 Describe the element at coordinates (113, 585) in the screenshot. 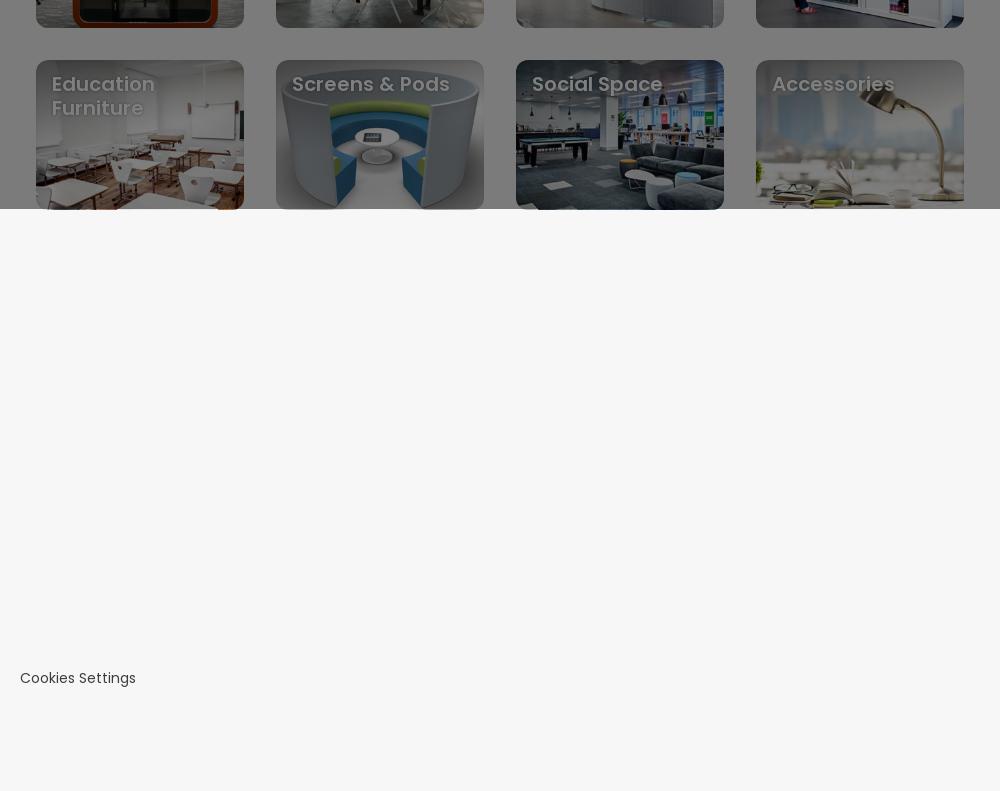

I see `'Privacy Policy'` at that location.